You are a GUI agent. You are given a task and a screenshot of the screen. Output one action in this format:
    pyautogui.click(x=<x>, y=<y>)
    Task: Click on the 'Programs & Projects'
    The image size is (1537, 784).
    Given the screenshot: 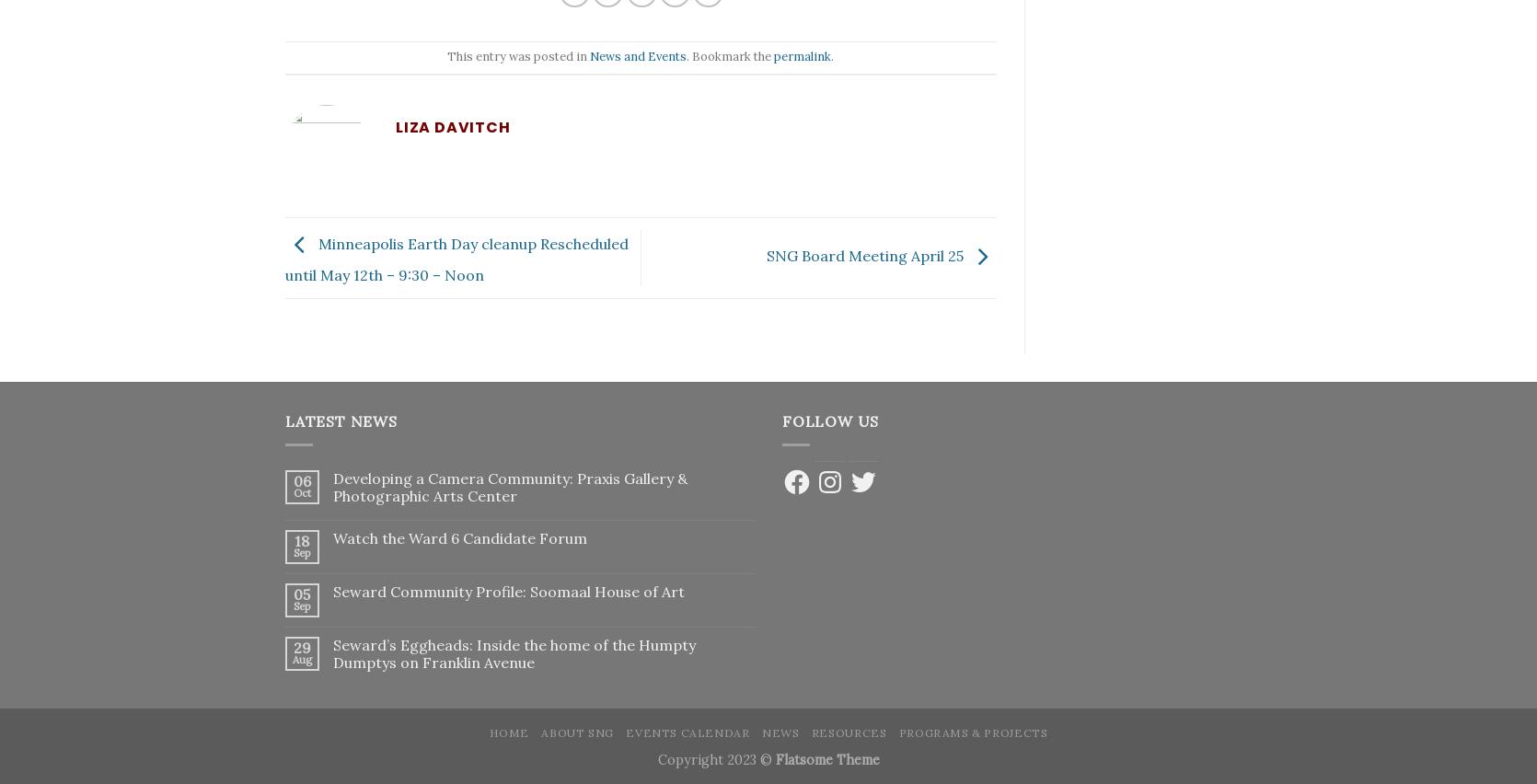 What is the action you would take?
    pyautogui.click(x=972, y=732)
    